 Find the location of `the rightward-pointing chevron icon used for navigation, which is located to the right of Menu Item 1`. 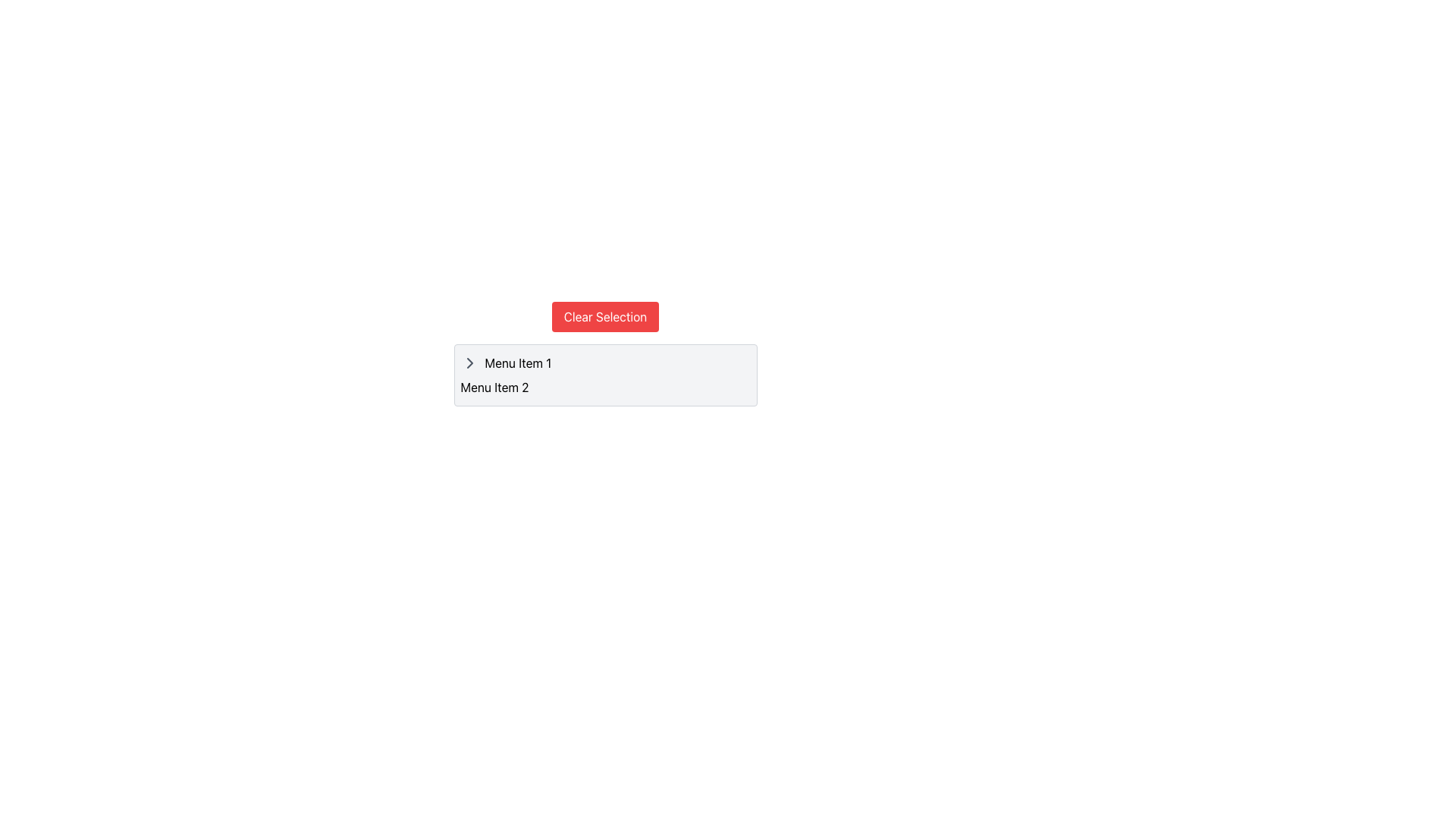

the rightward-pointing chevron icon used for navigation, which is located to the right of Menu Item 1 is located at coordinates (469, 362).